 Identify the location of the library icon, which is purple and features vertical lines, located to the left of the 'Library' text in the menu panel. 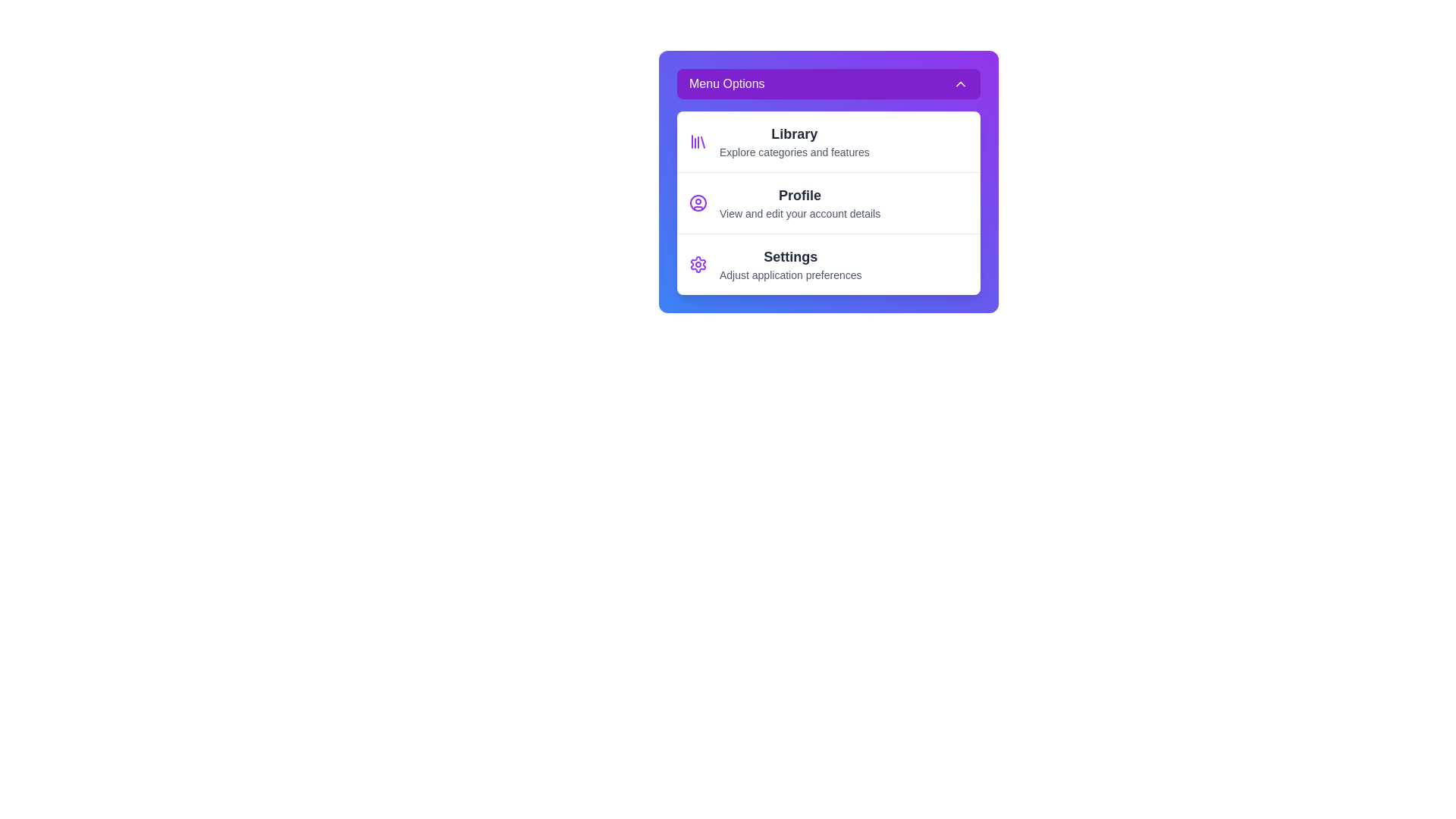
(698, 141).